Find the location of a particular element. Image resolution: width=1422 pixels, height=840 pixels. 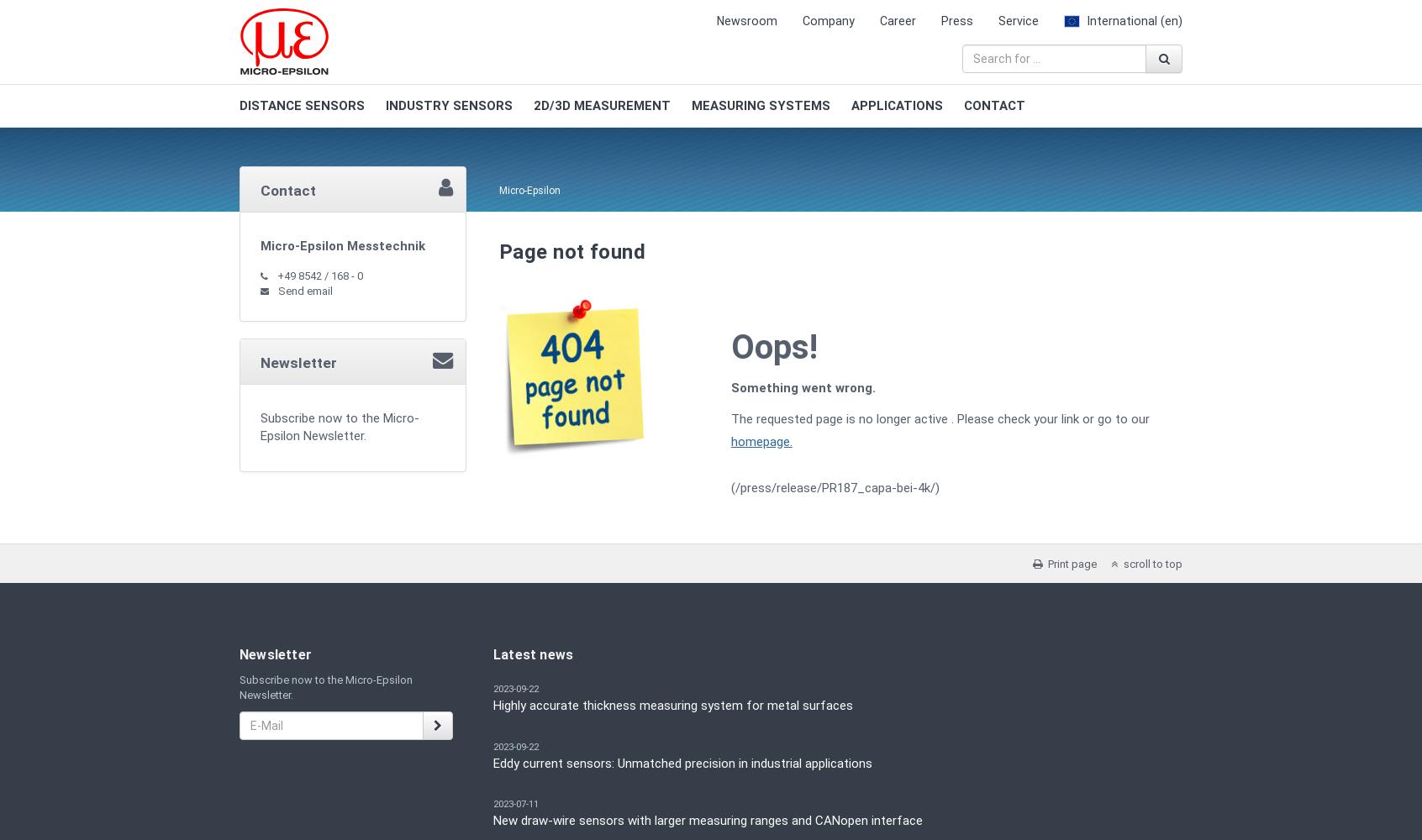

'DISTANCE SENSORS' is located at coordinates (302, 106).